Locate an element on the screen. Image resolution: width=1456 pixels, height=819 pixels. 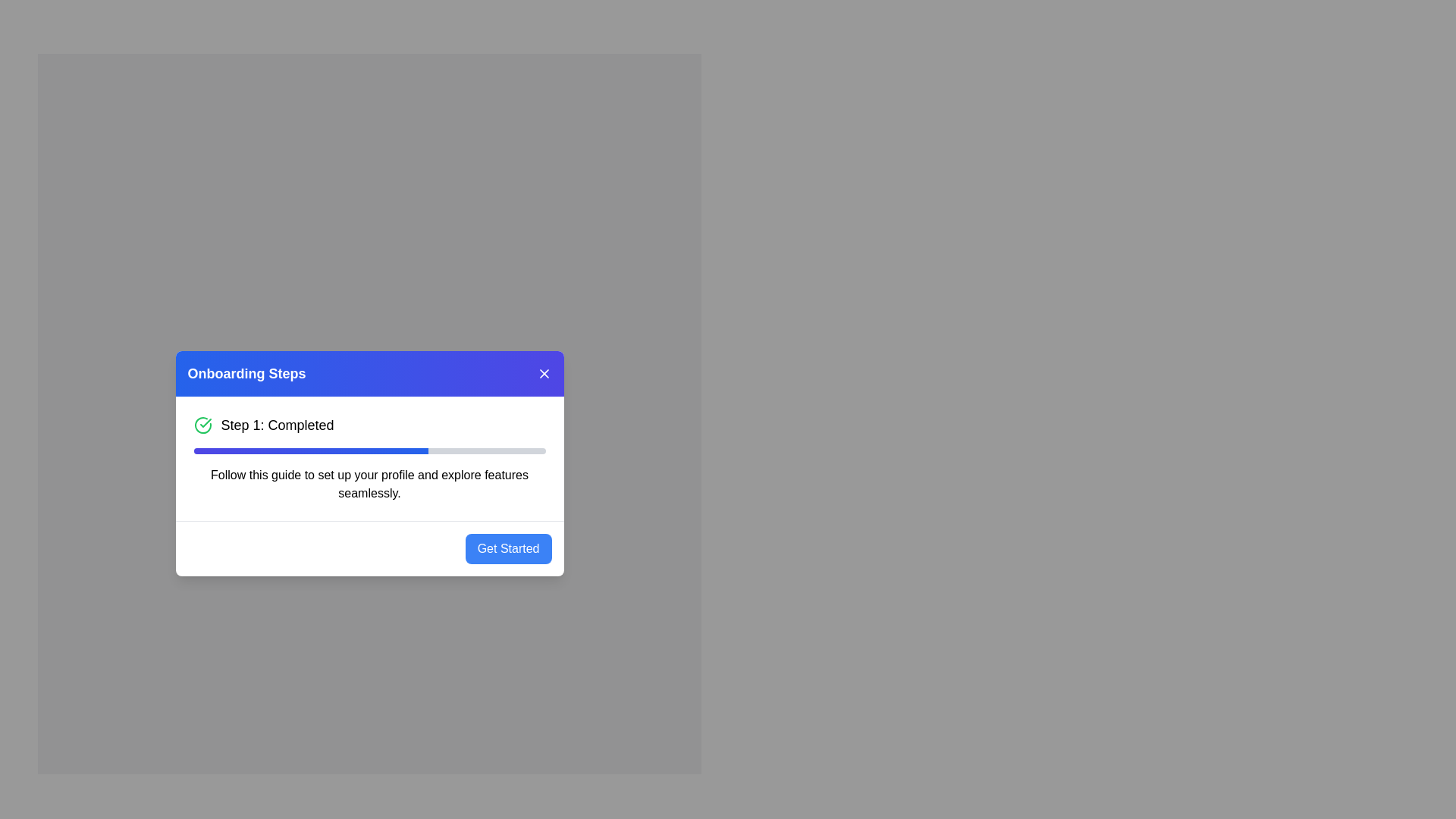
the prominent text header 'Onboarding Steps' is located at coordinates (246, 373).